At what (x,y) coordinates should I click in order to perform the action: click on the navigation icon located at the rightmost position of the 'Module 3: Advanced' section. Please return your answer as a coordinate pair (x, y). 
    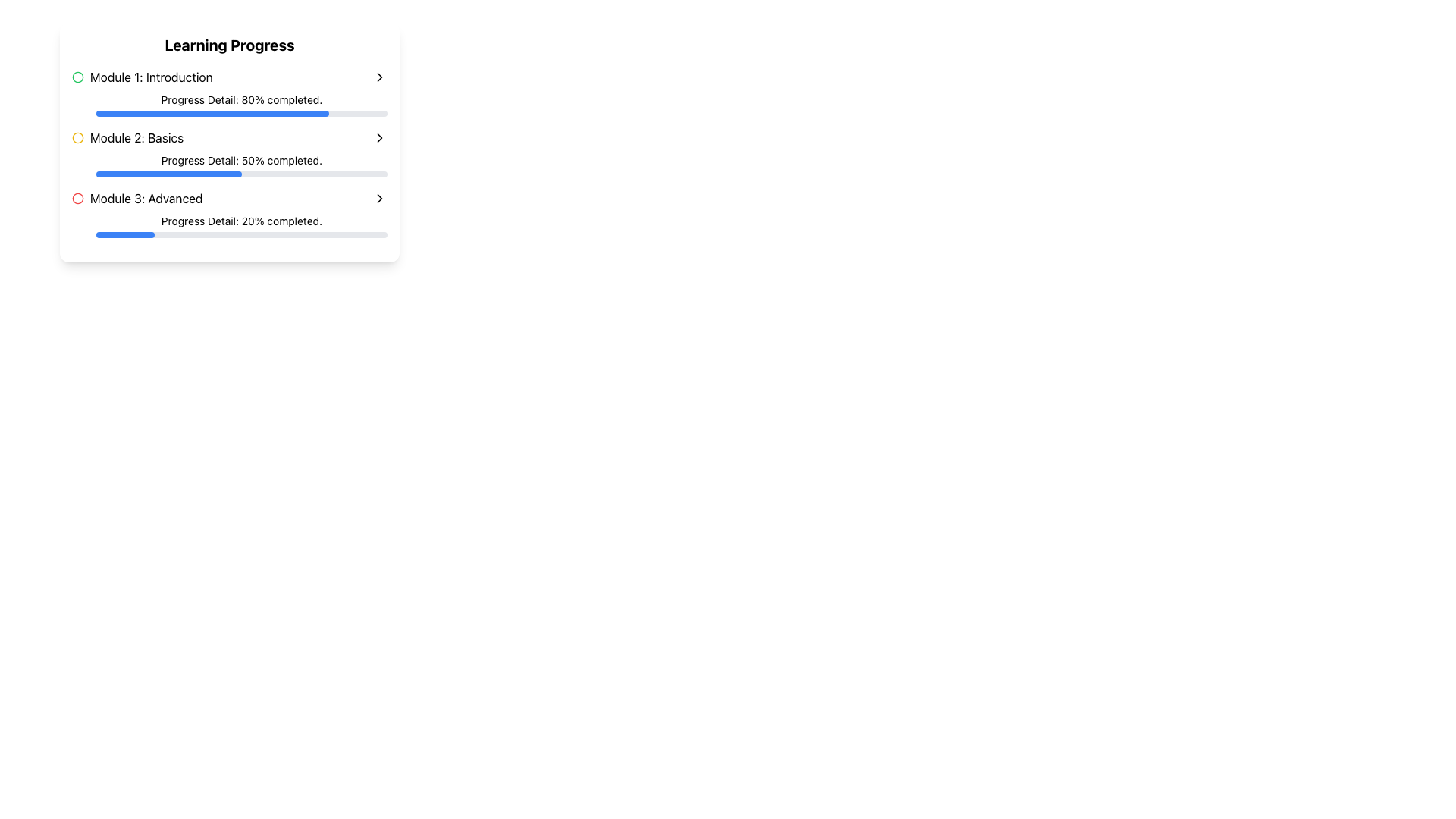
    Looking at the image, I should click on (379, 198).